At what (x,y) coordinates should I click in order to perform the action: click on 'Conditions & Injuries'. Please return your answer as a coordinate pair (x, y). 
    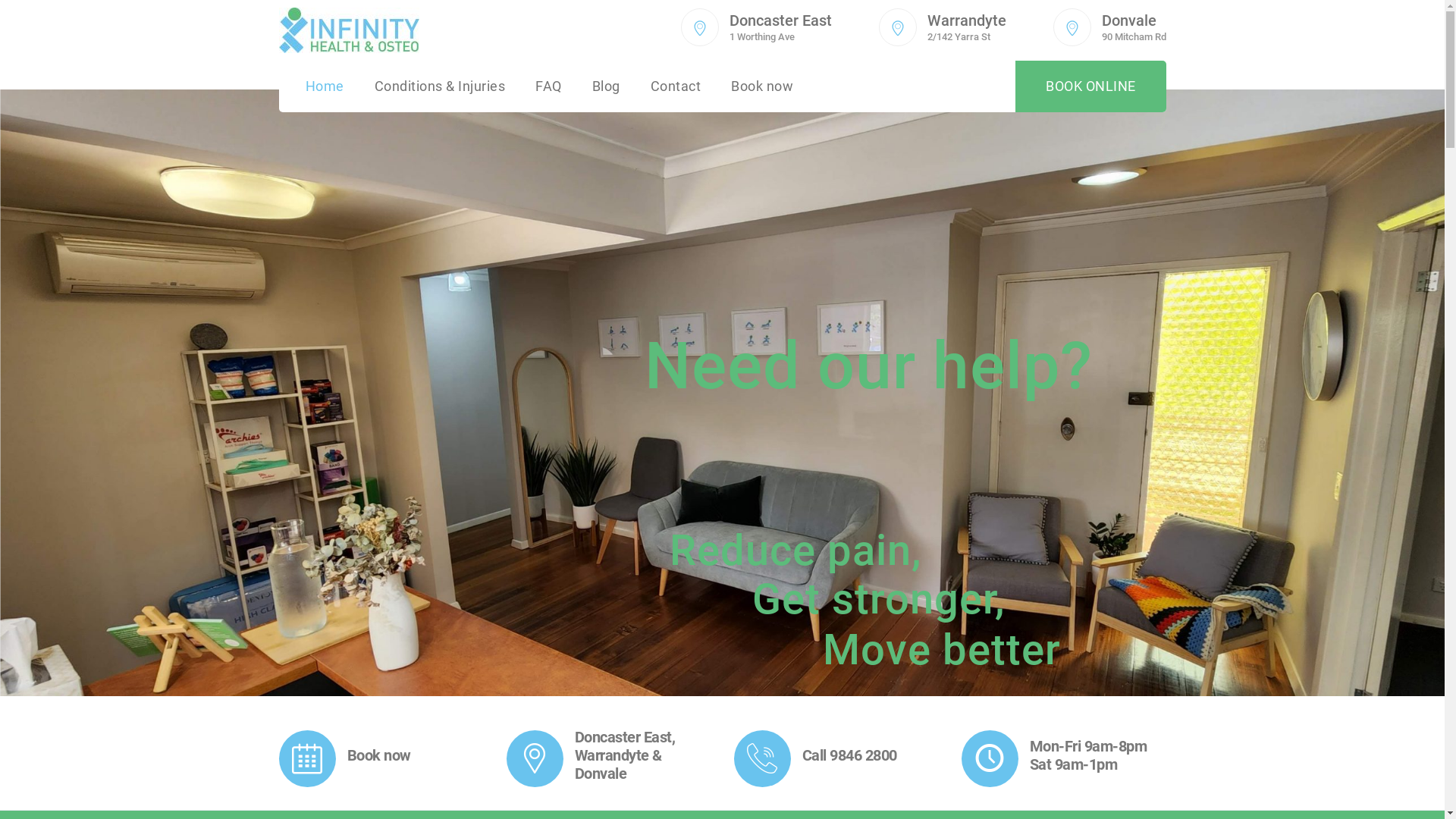
    Looking at the image, I should click on (439, 86).